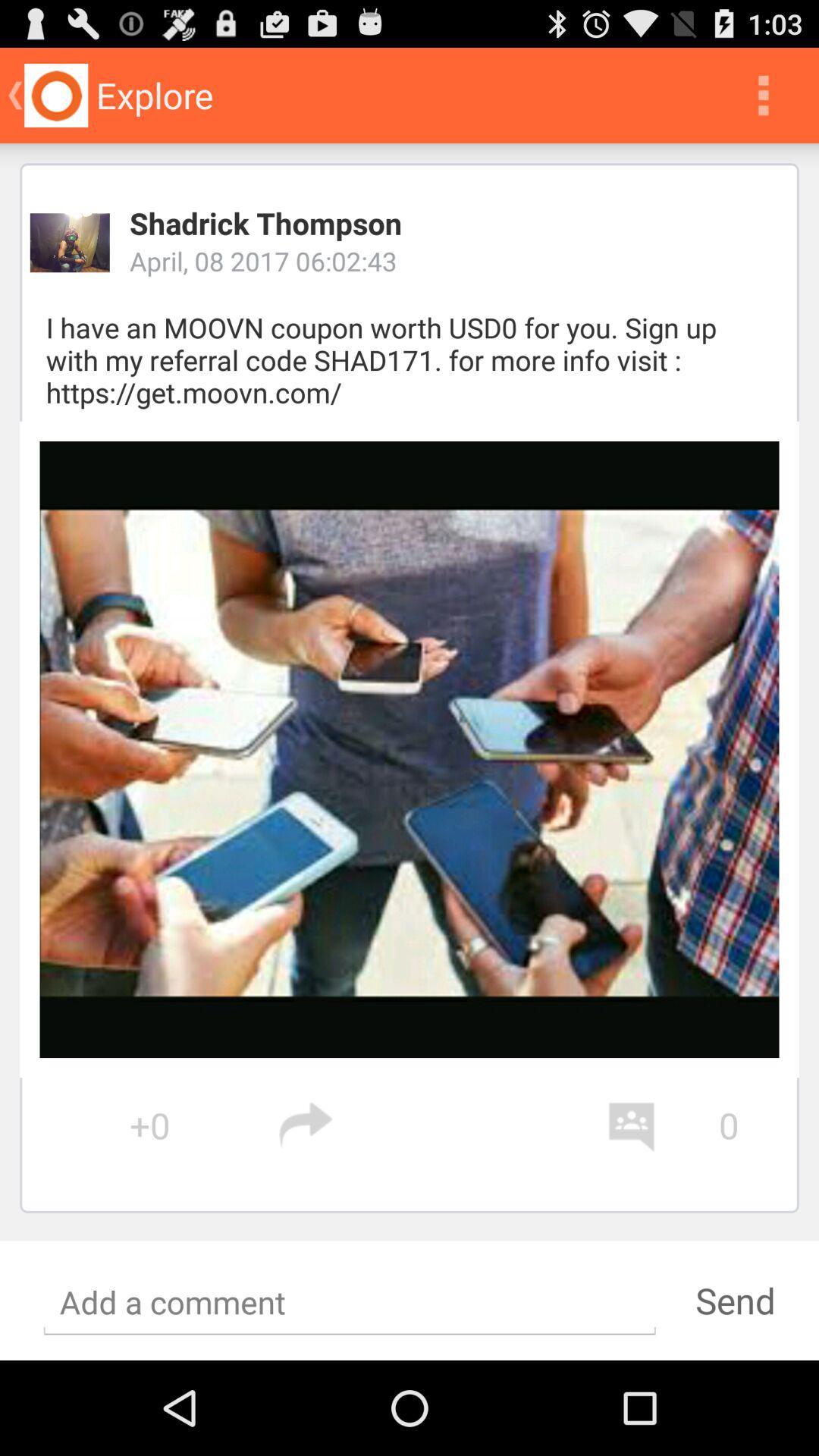  Describe the element at coordinates (734, 1300) in the screenshot. I see `send item` at that location.